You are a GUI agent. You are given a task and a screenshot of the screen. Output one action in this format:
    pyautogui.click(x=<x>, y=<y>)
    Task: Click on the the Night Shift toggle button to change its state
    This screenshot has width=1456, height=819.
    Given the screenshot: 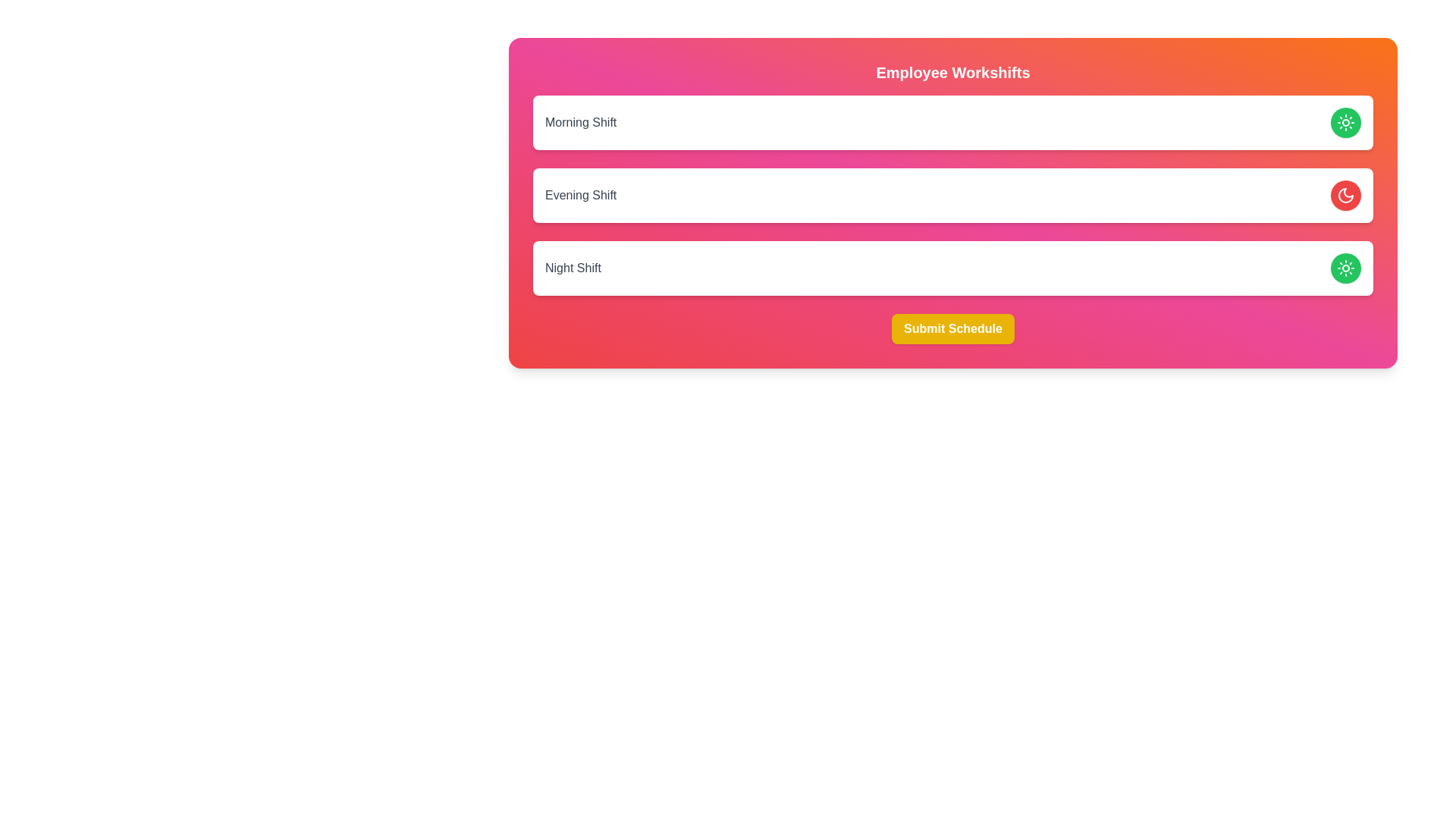 What is the action you would take?
    pyautogui.click(x=1346, y=268)
    